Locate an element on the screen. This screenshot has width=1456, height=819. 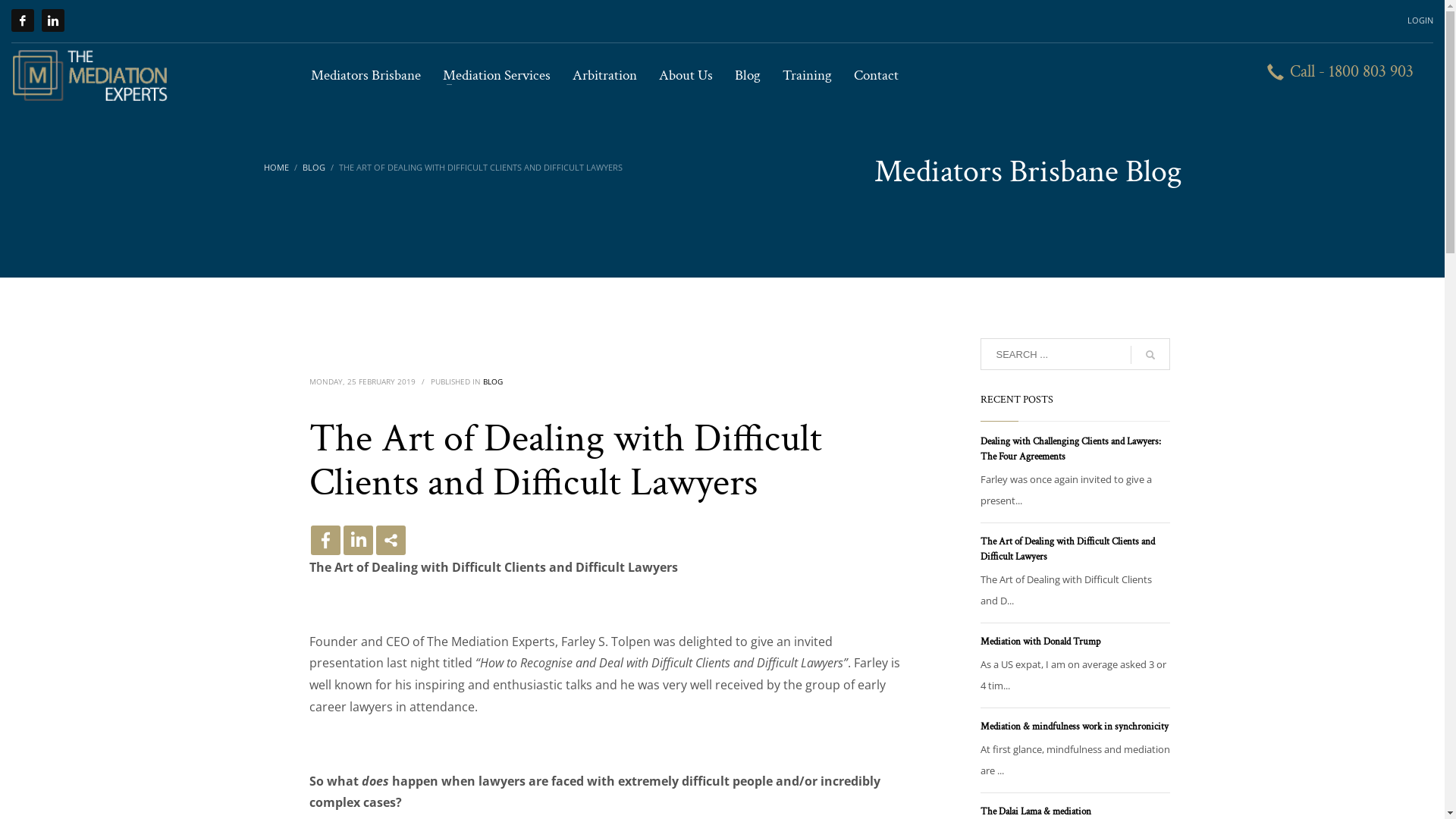
'Facebook' is located at coordinates (22, 20).